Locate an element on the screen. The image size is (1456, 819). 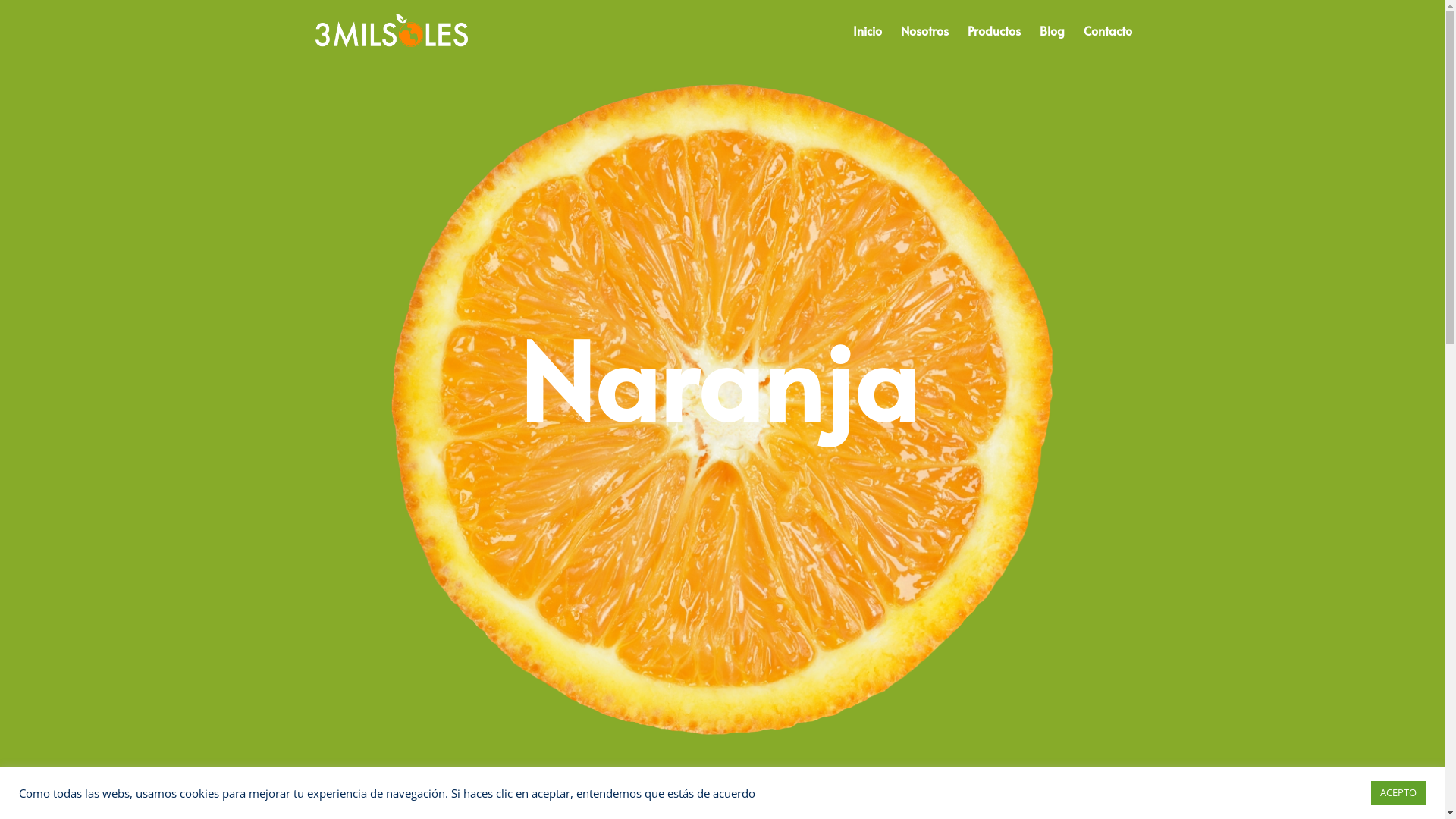
'Productos' is located at coordinates (993, 42).